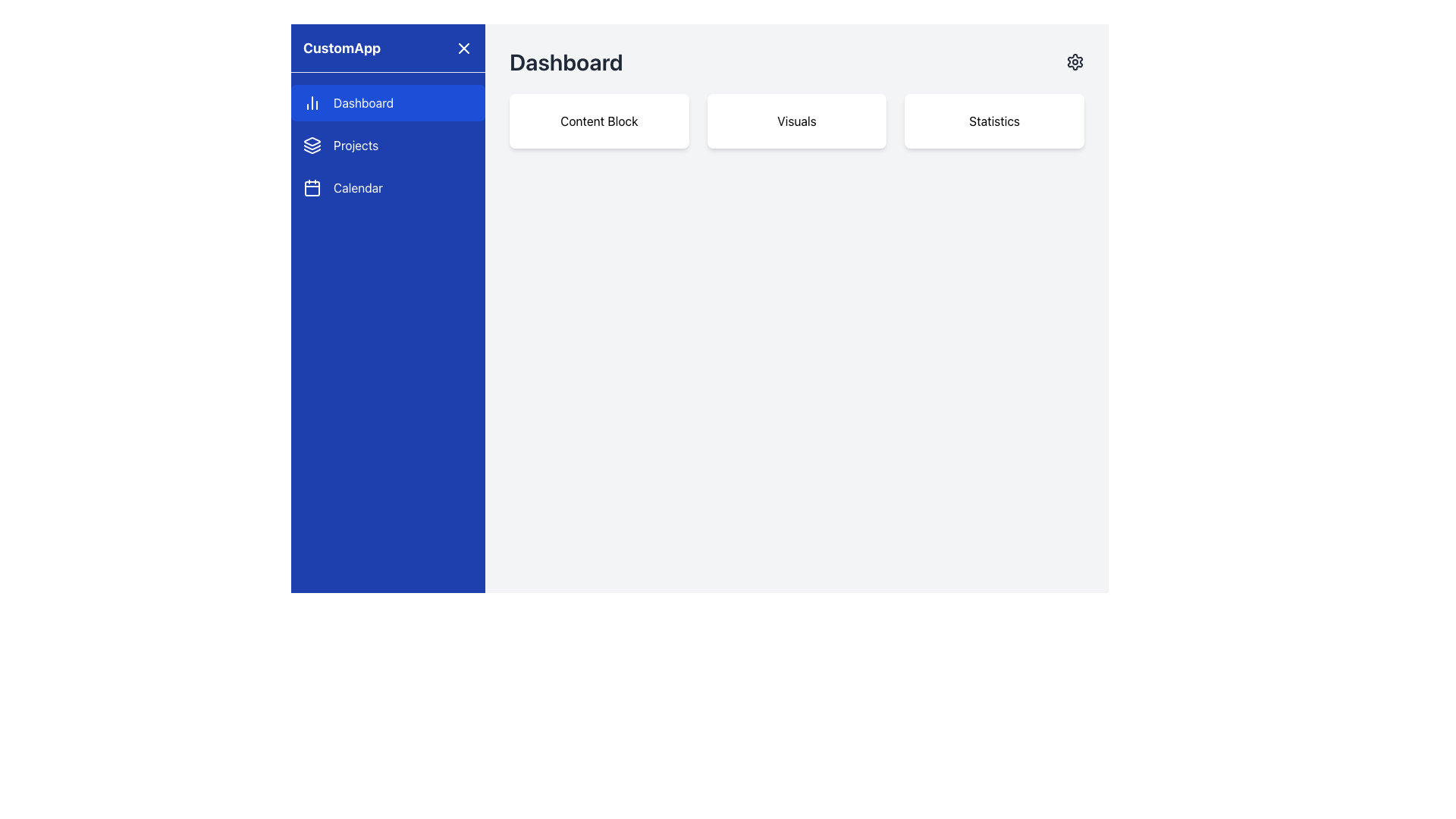 Image resolution: width=1456 pixels, height=819 pixels. What do you see at coordinates (312, 141) in the screenshot?
I see `the decorative icon adjacent to the 'Projects' label in the vertical navigation menu on the left side of the interface` at bounding box center [312, 141].